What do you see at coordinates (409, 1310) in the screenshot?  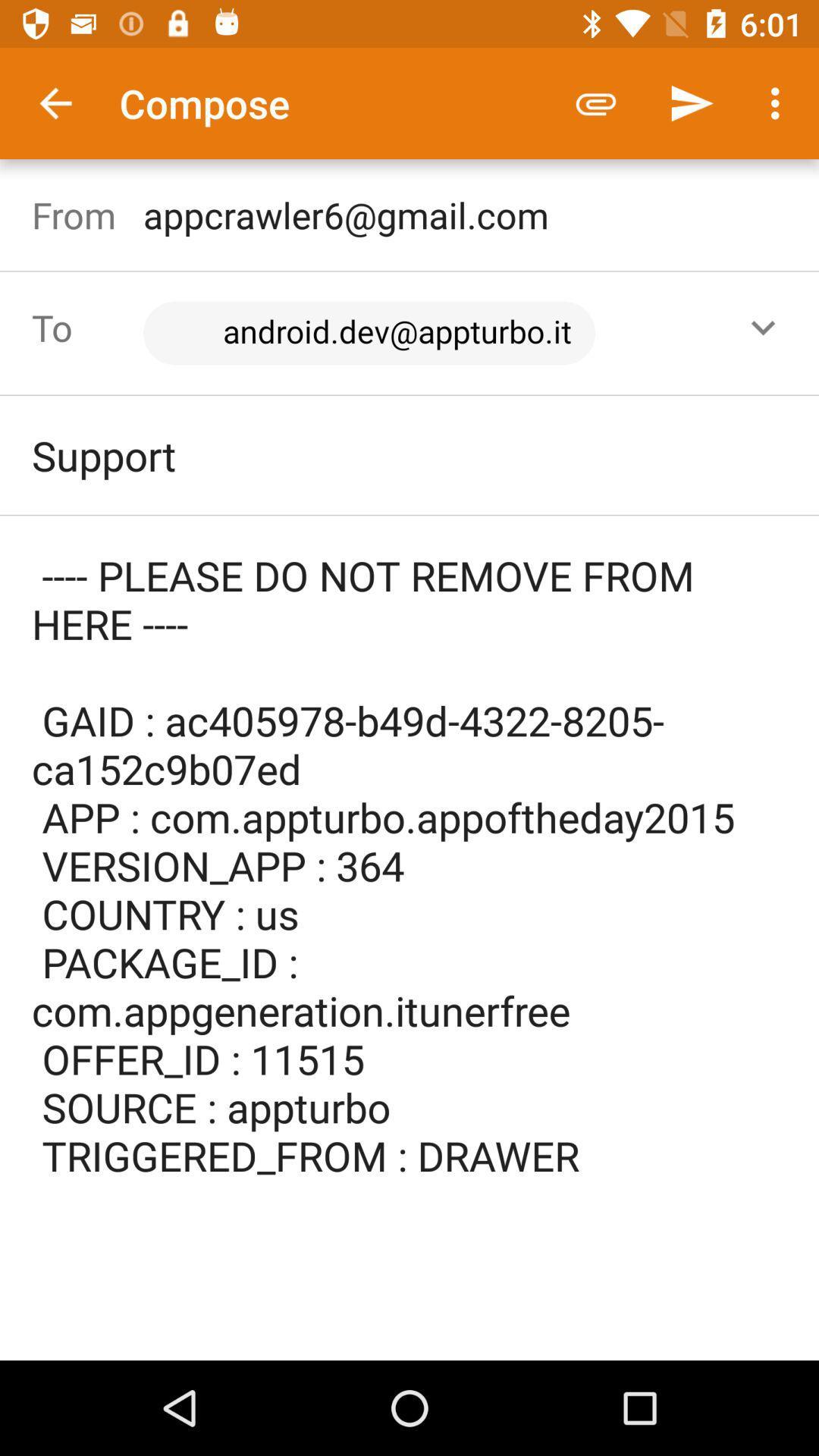 I see `the icon below the please do not` at bounding box center [409, 1310].